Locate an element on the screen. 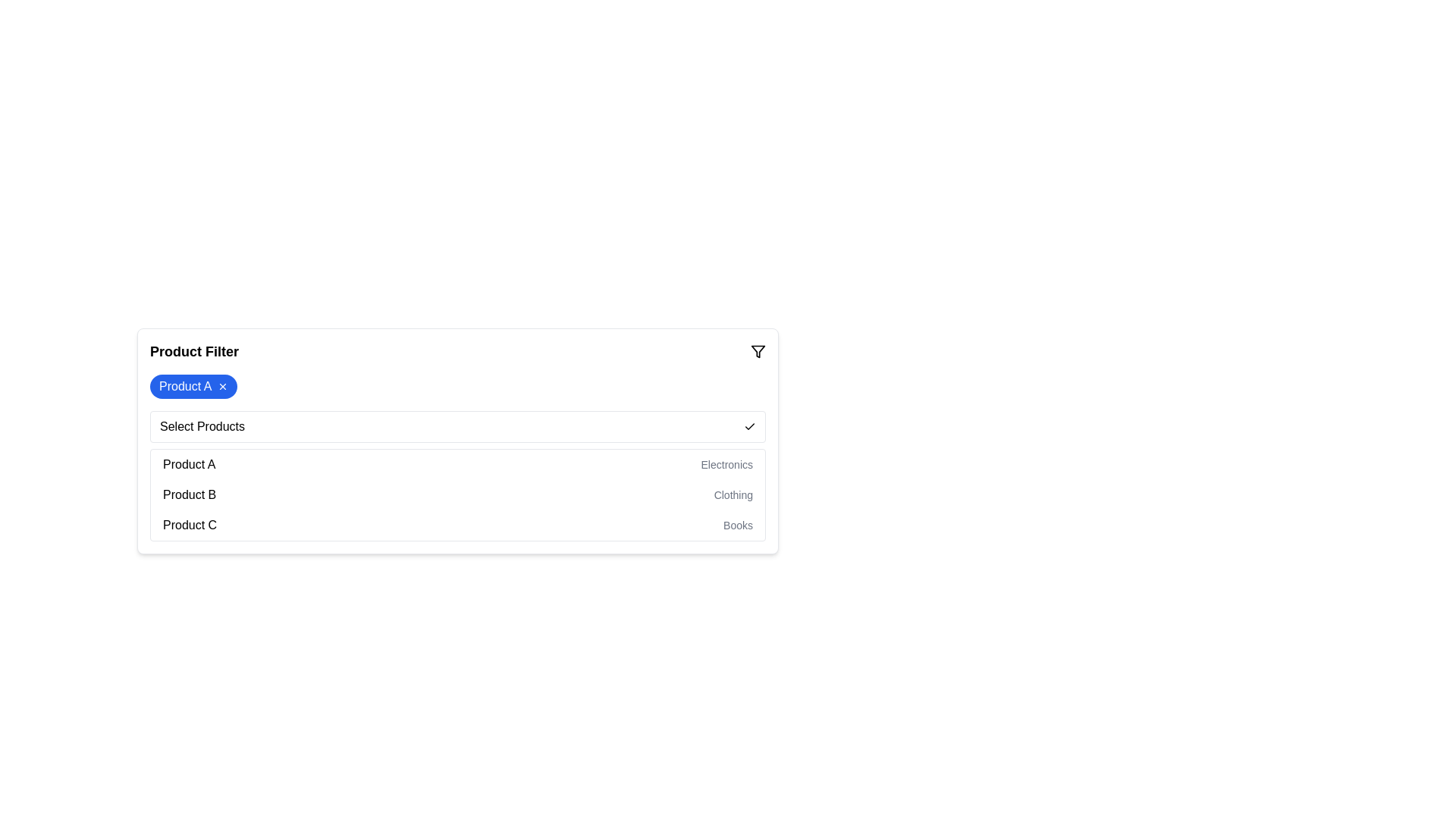 This screenshot has height=819, width=1456. the text label displaying 'Electronics', which is a smaller, lighter gray font indicating a secondary nature, located on the right side of 'Product A' is located at coordinates (726, 464).